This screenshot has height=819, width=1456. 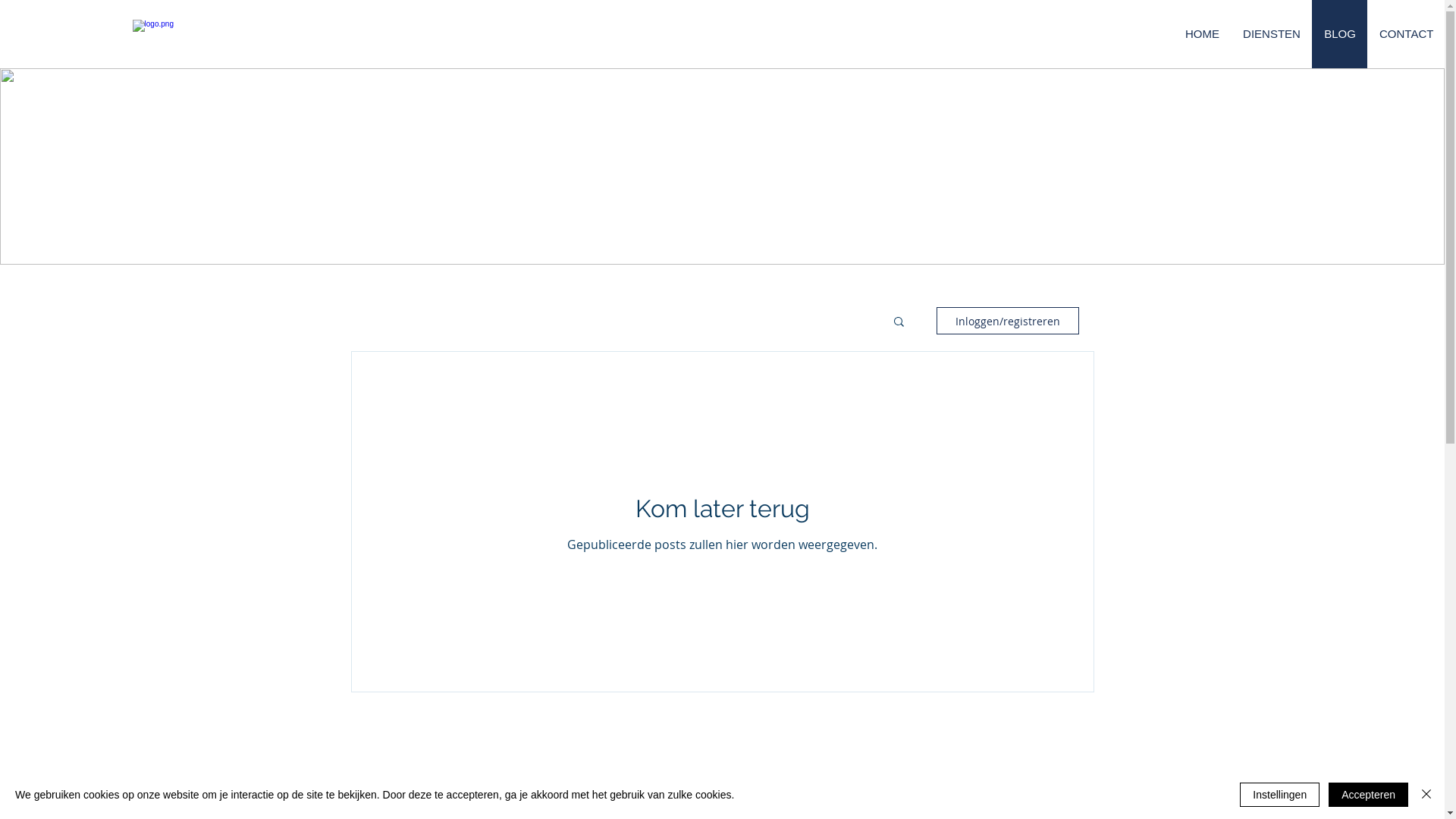 What do you see at coordinates (1368, 794) in the screenshot?
I see `'Accepteren'` at bounding box center [1368, 794].